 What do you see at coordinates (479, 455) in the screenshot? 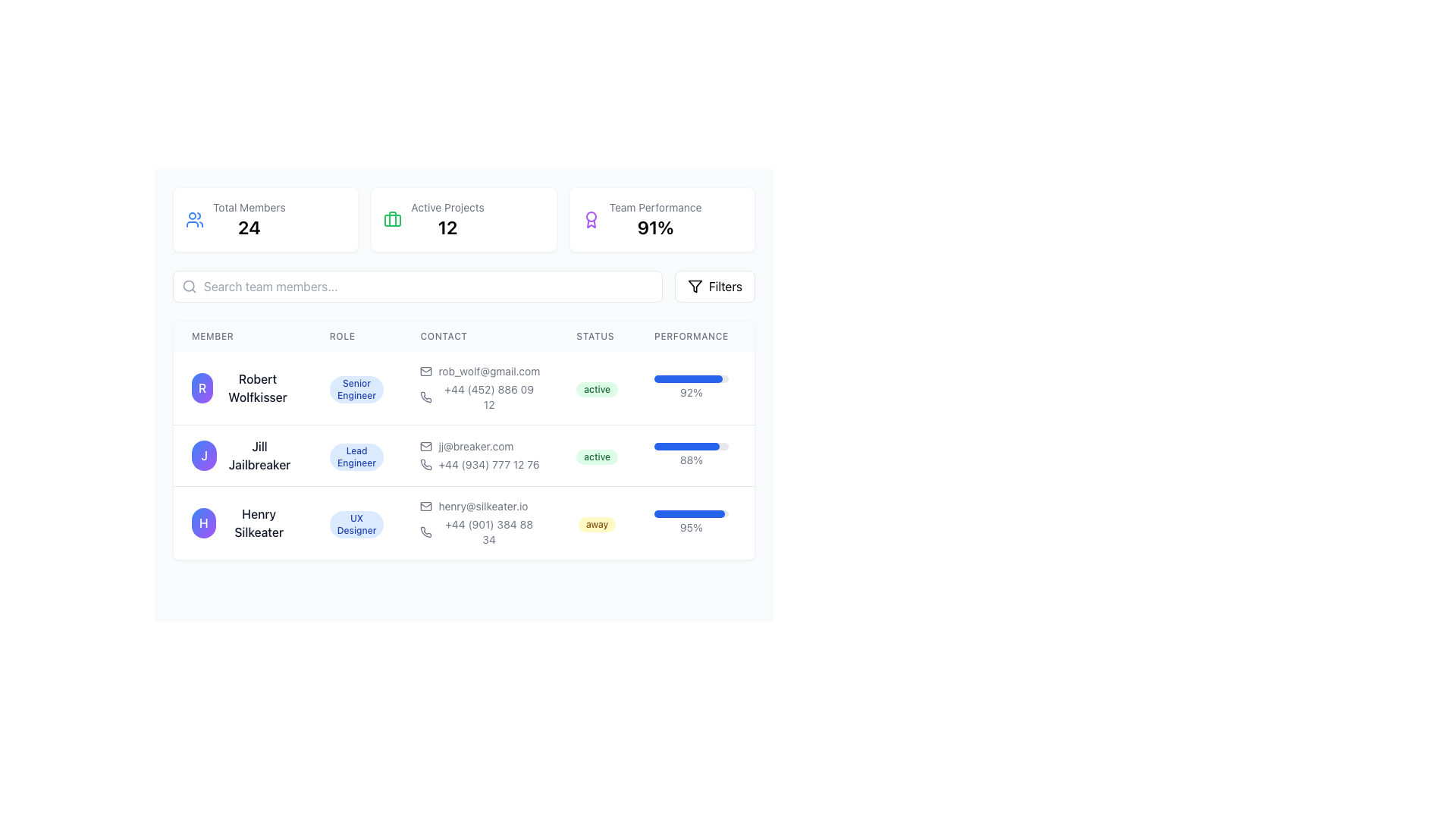
I see `the email text in the contact information display for Jill Jailbreaker, located in the 'Contact' column of the second row` at bounding box center [479, 455].